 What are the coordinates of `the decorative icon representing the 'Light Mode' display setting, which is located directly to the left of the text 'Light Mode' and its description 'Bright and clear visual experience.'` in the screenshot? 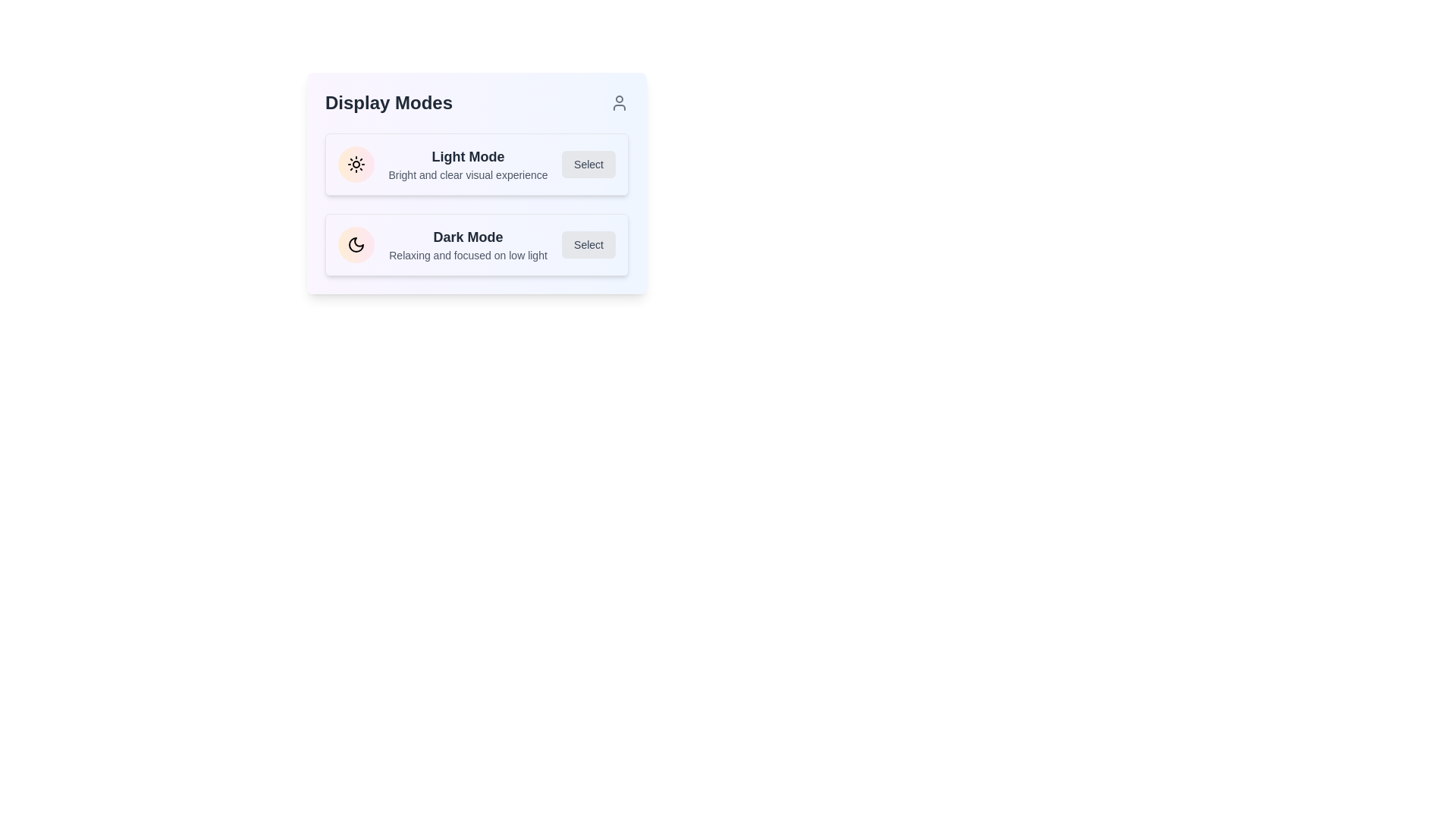 It's located at (356, 164).